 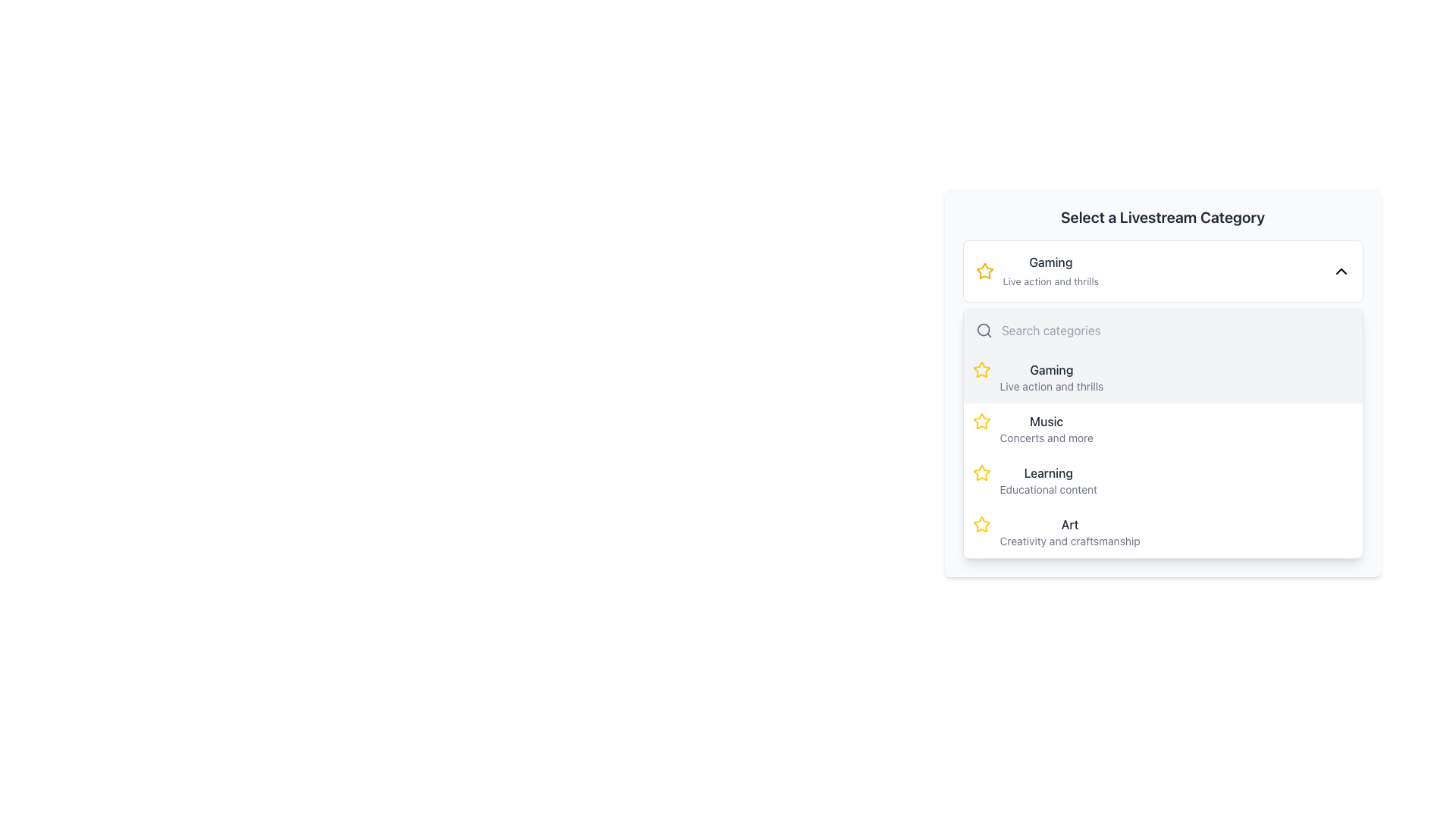 What do you see at coordinates (1047, 480) in the screenshot?
I see `the list item titled 'Learning' which is the third item in the dropdown 'Select a Livestream Category'` at bounding box center [1047, 480].